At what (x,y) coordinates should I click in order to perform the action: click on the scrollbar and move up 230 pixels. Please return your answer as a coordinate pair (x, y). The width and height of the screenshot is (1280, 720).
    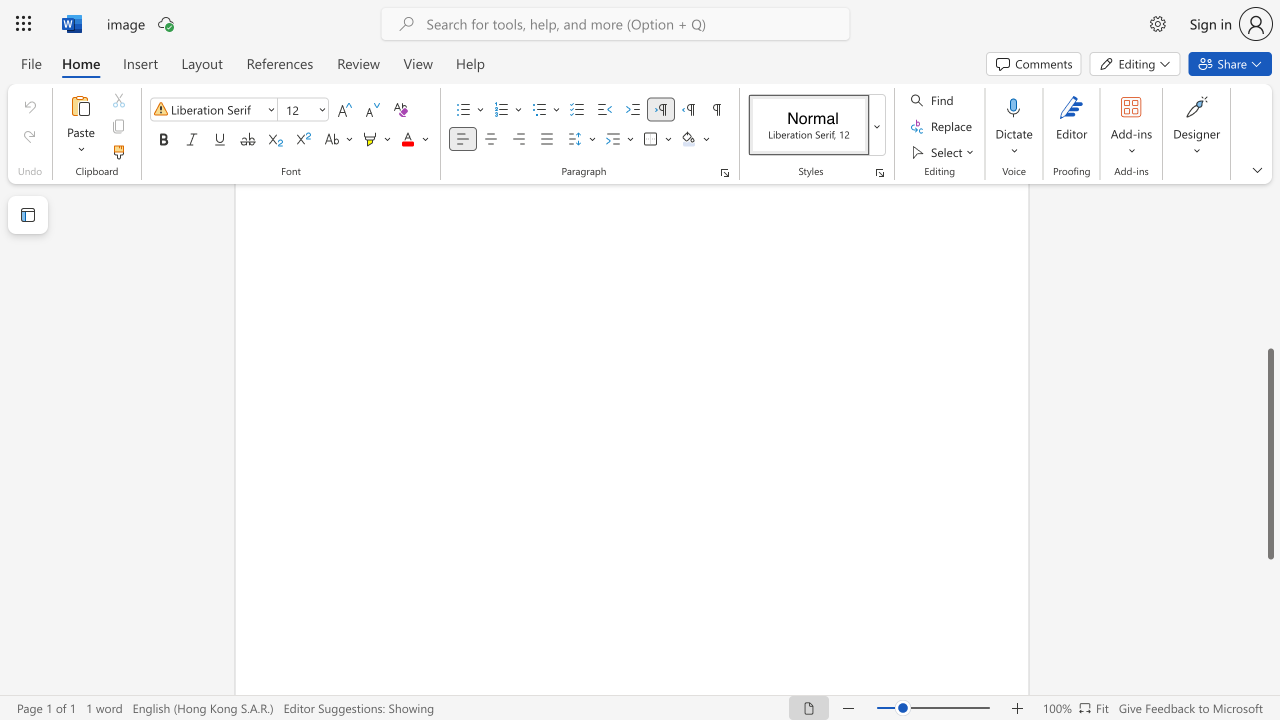
    Looking at the image, I should click on (1269, 454).